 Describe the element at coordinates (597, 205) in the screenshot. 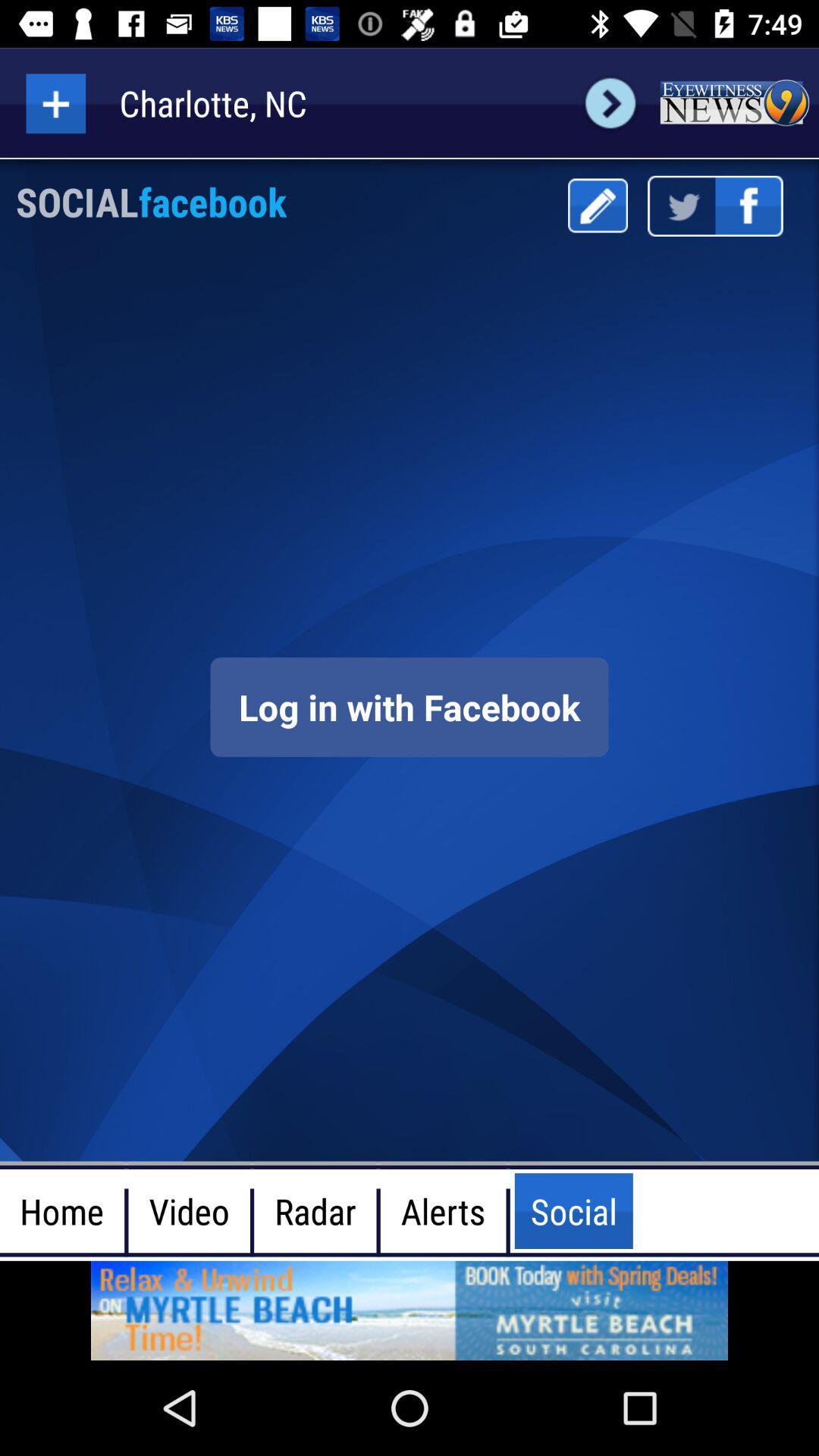

I see `email share` at that location.